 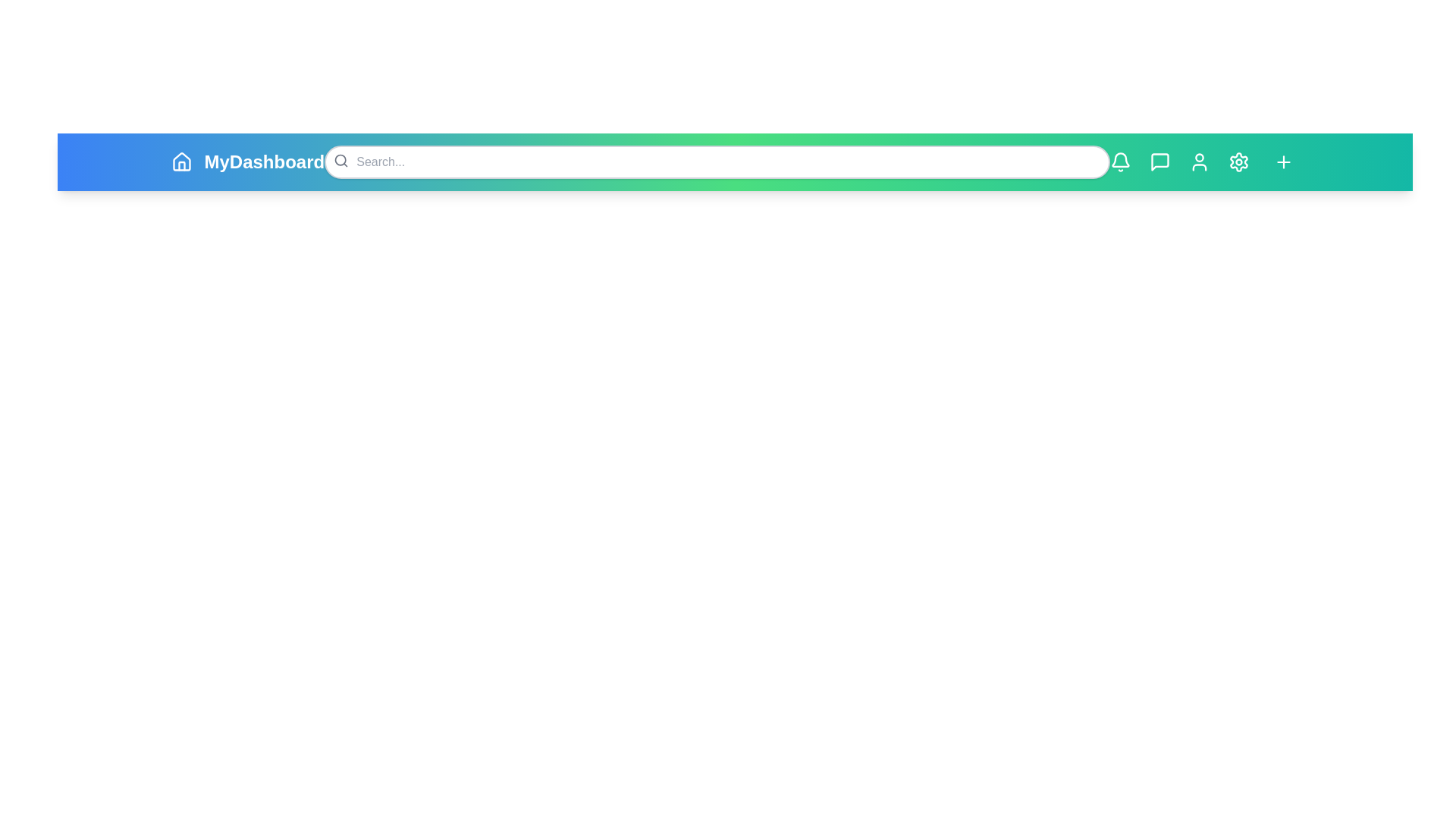 I want to click on the settings gear icon to access the settings, so click(x=1238, y=162).